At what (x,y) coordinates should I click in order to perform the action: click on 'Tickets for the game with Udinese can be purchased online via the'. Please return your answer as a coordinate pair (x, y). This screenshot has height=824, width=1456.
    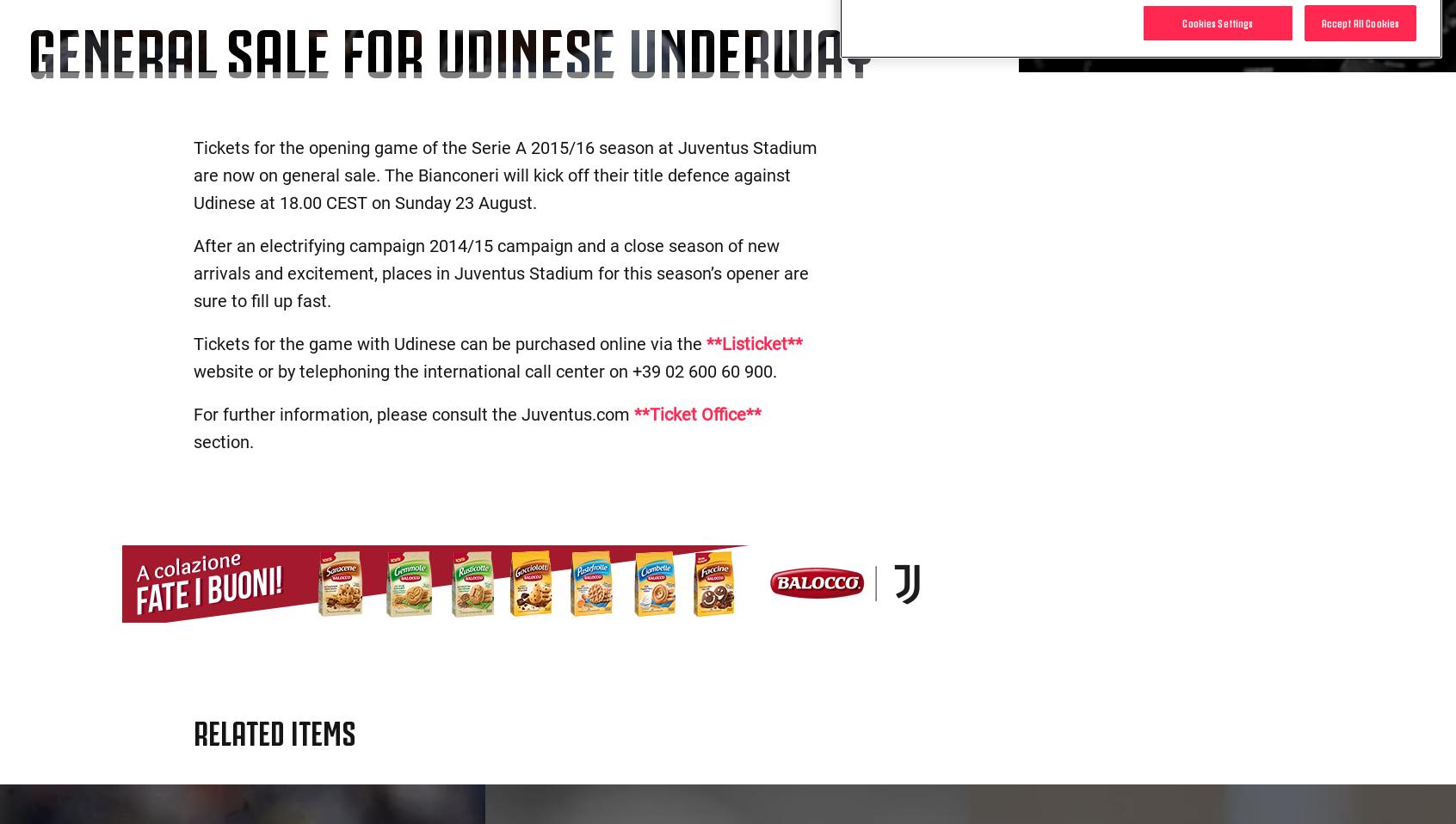
    Looking at the image, I should click on (449, 342).